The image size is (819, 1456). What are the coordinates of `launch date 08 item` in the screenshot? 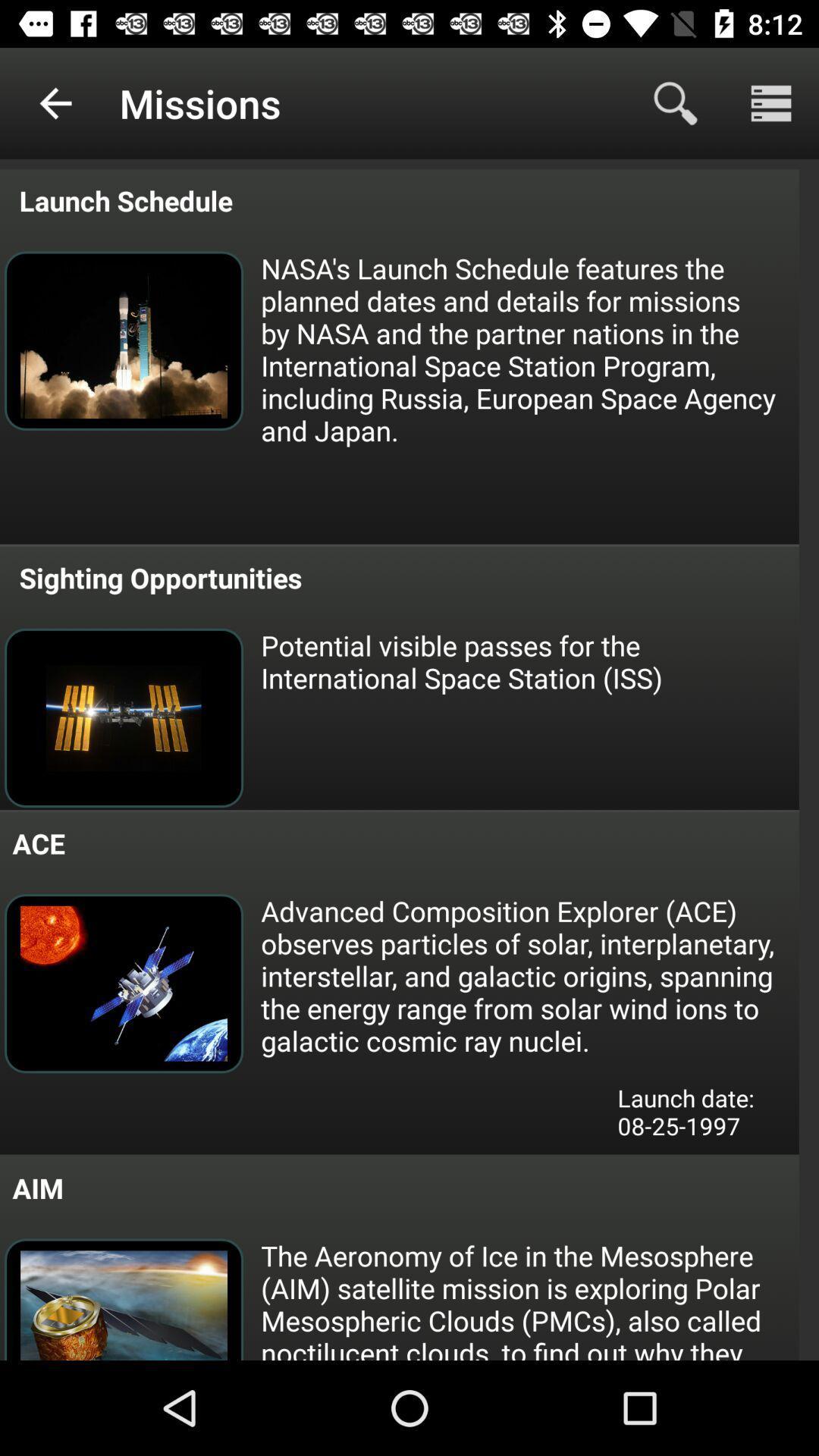 It's located at (697, 1117).